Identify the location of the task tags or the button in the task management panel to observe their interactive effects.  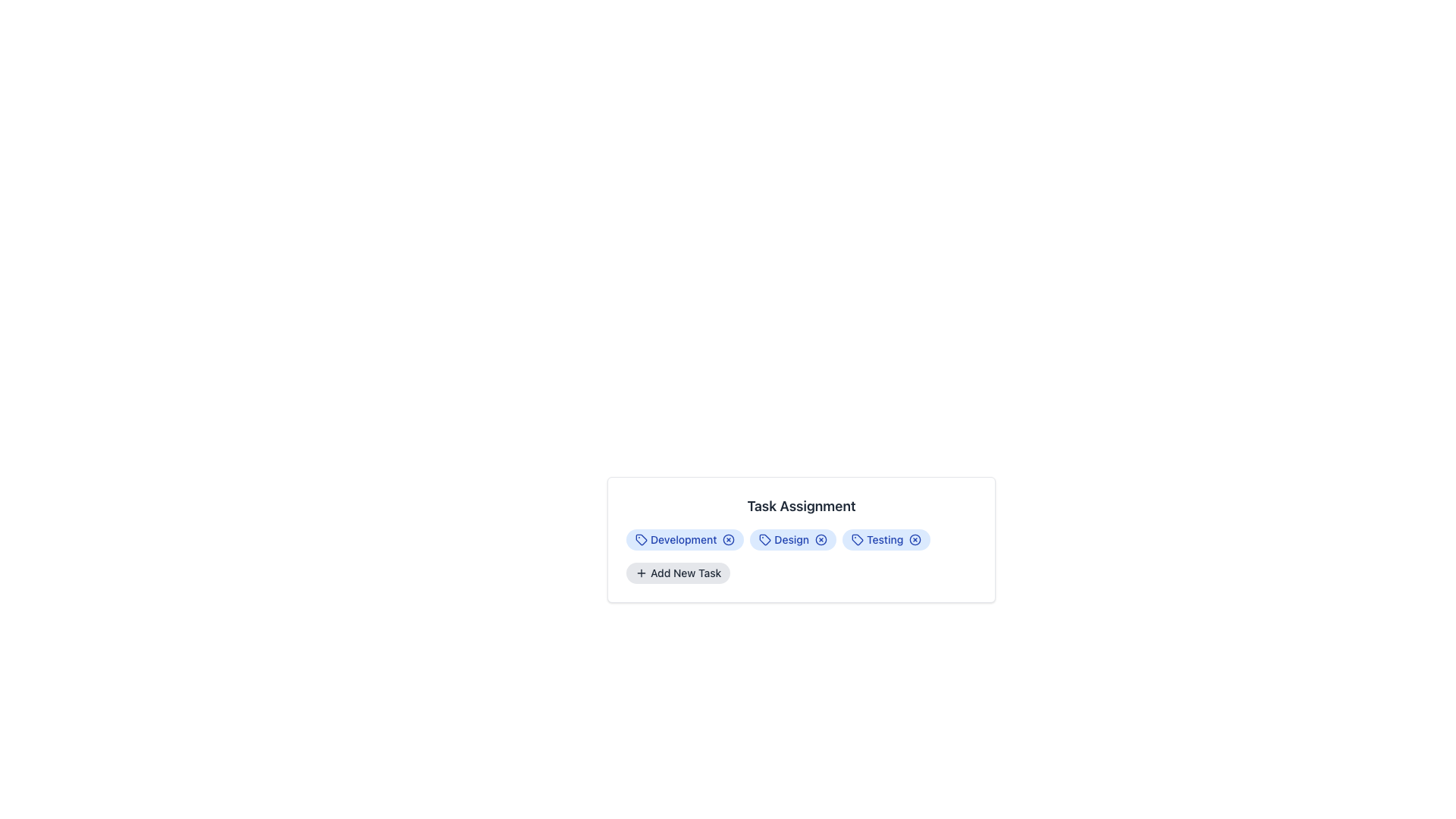
(800, 539).